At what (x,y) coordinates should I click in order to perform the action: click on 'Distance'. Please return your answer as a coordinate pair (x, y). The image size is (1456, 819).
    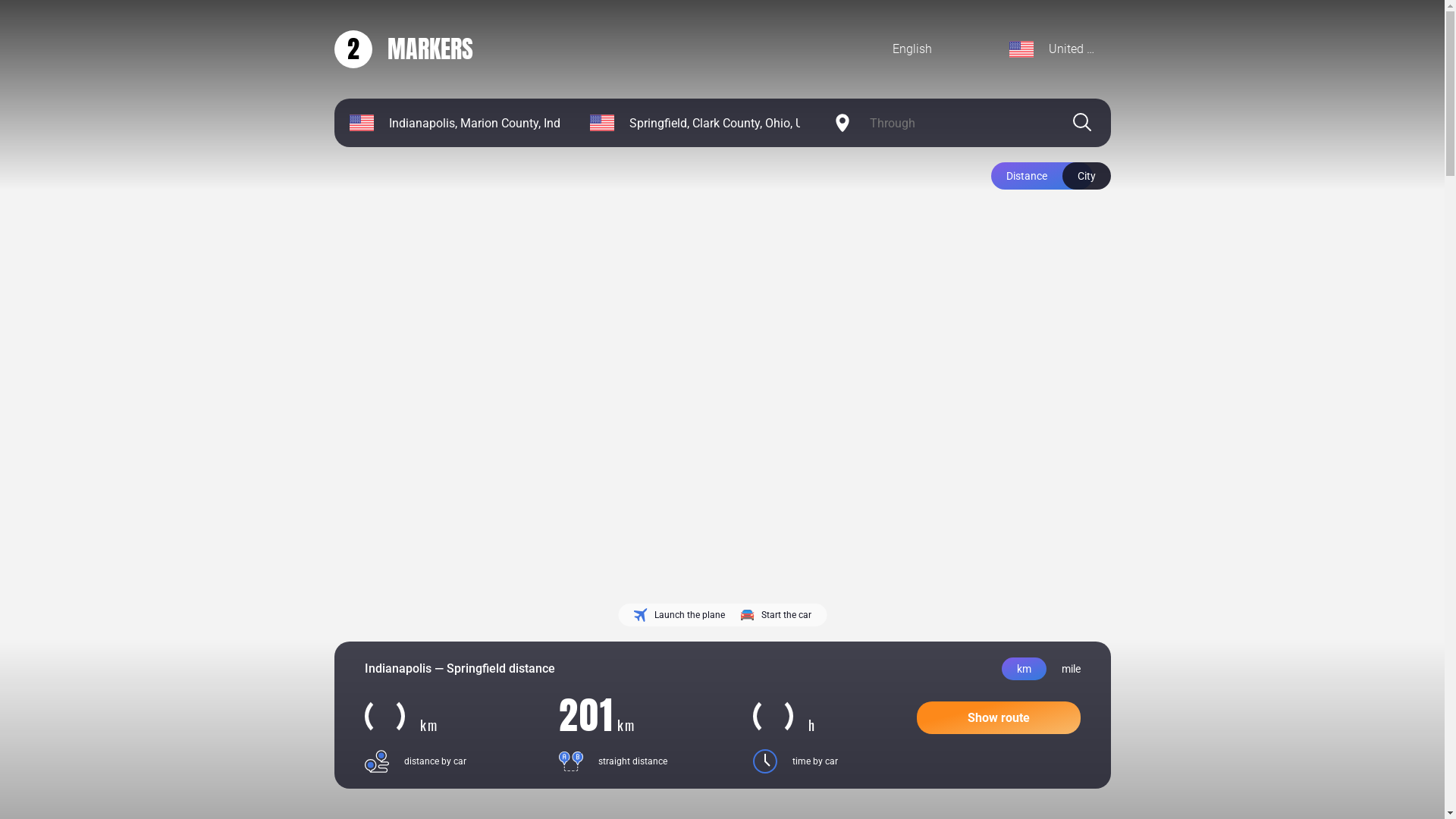
    Looking at the image, I should click on (1040, 174).